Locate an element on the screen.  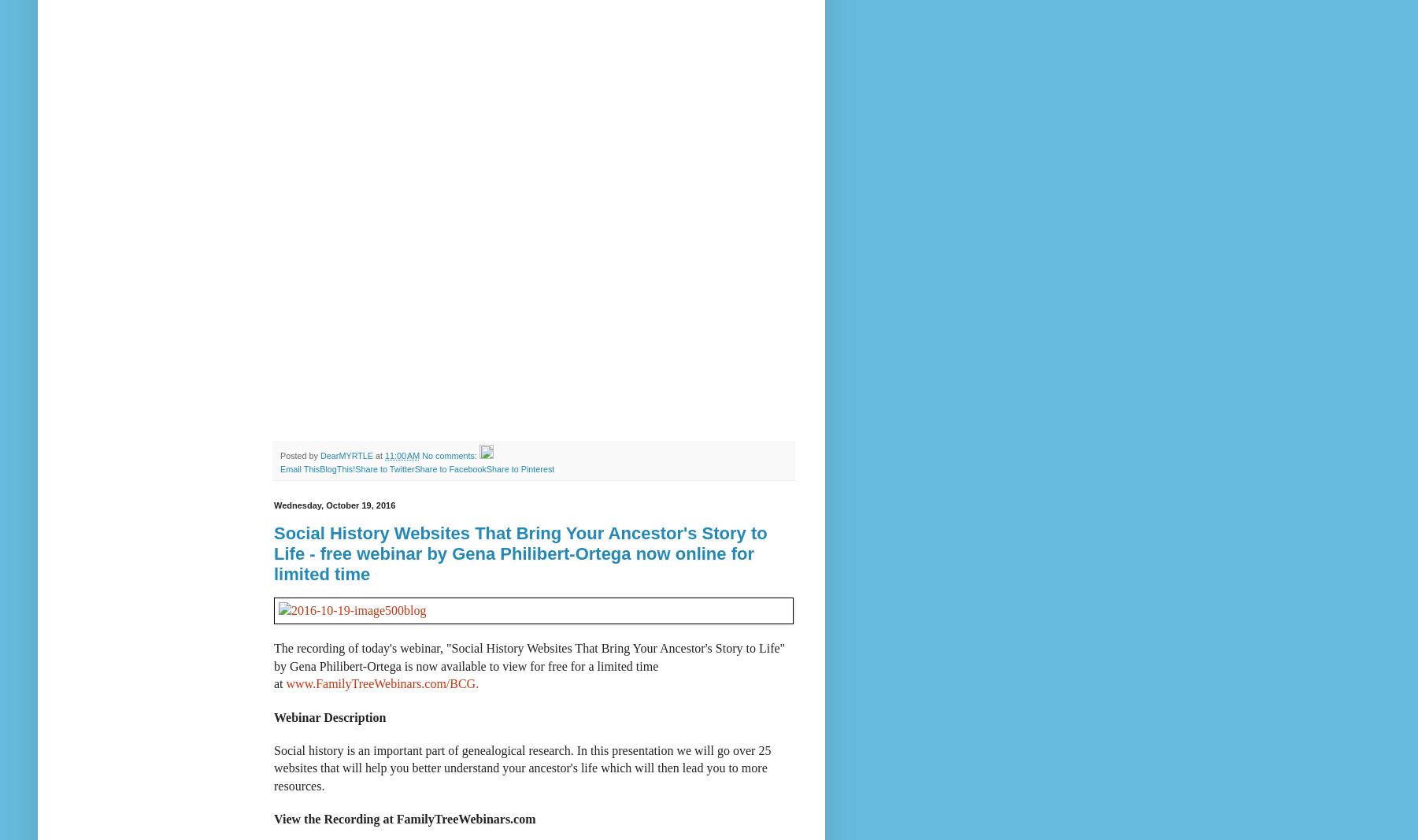
'Social History Websites That Bring Your Ancestor's Story to Life - free webinar by Gena Philibert-Ortega now online for limited time' is located at coordinates (519, 553).